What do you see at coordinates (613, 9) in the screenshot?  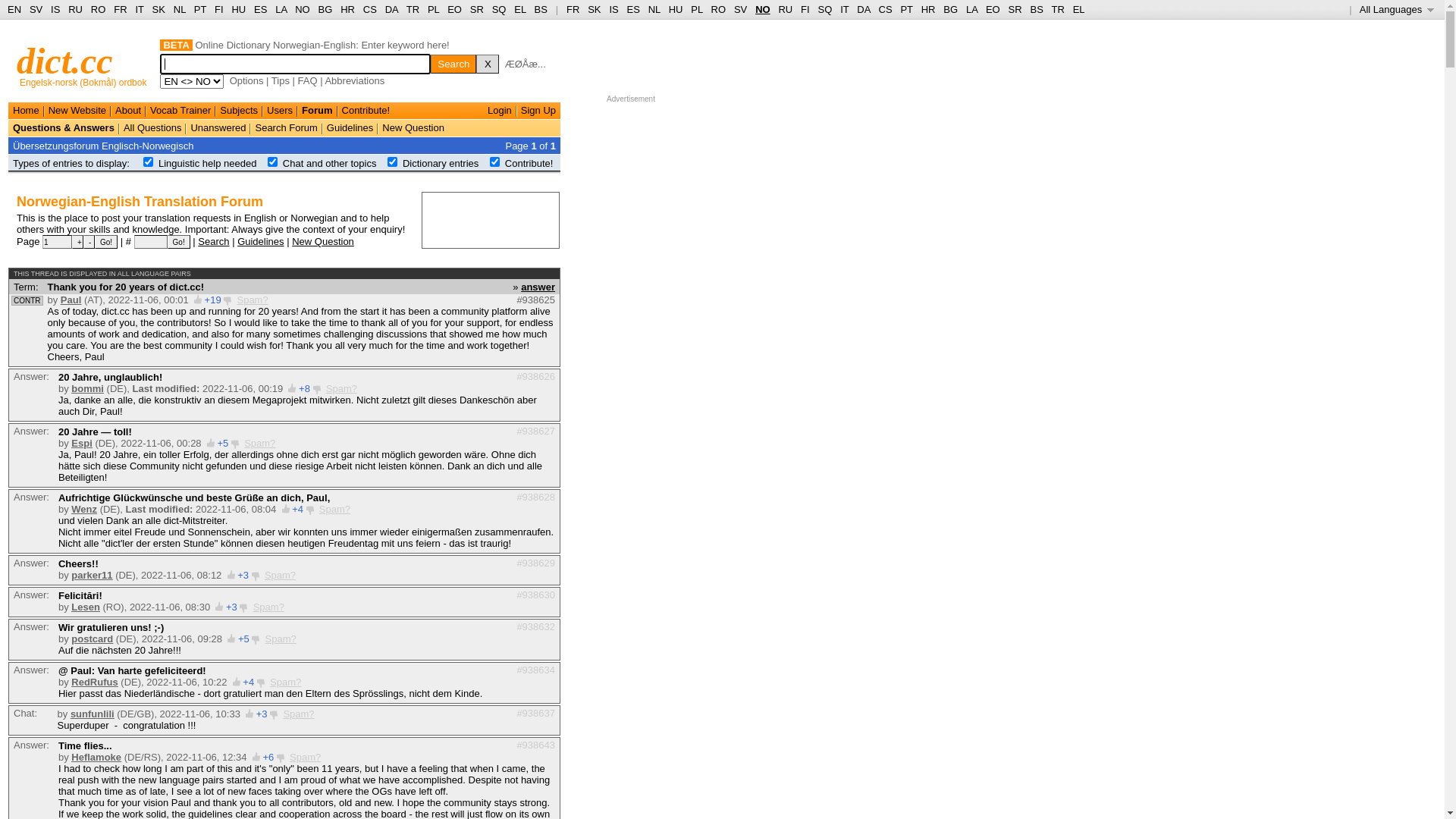 I see `'IS'` at bounding box center [613, 9].